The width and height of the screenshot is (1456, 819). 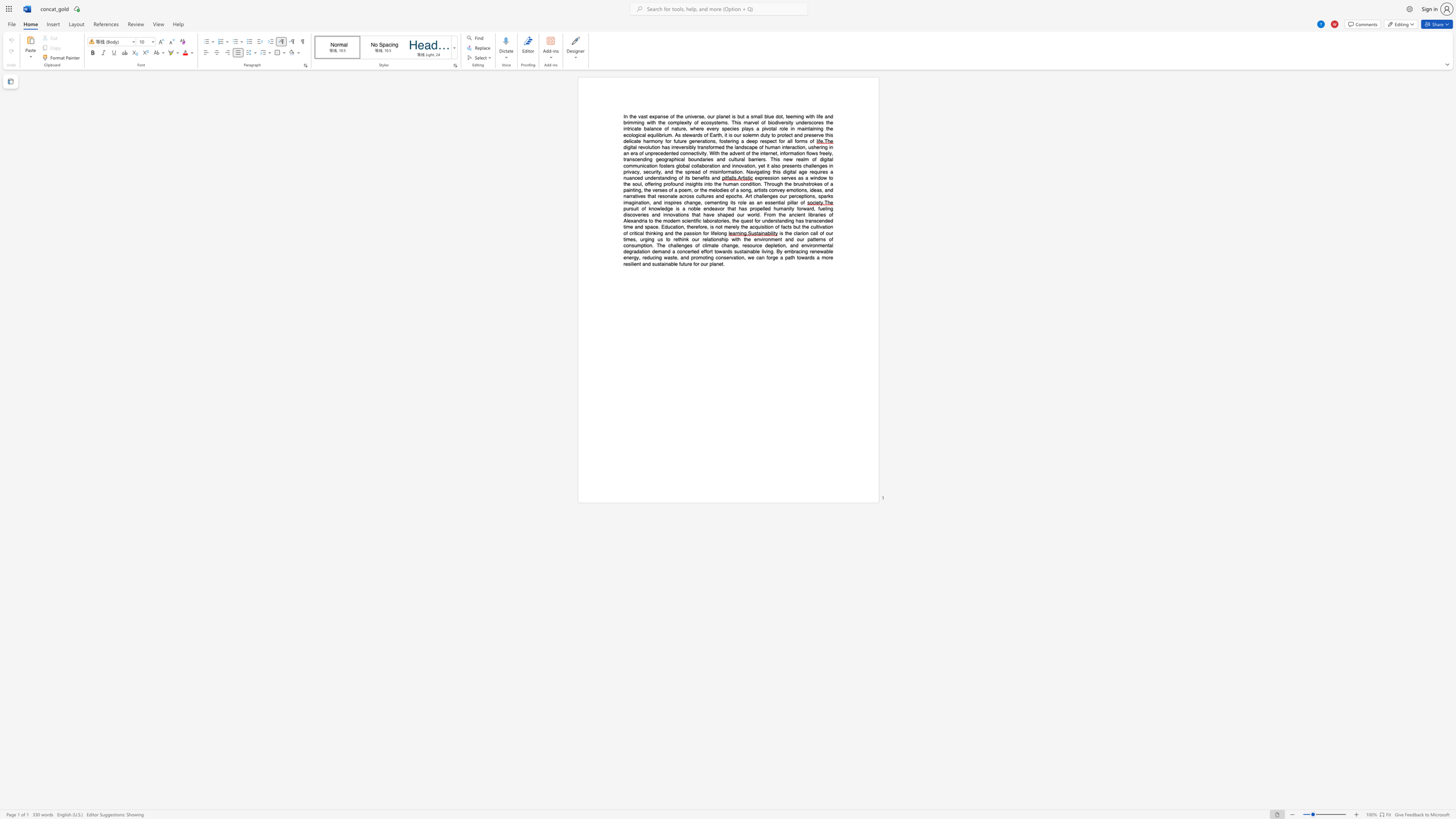 What do you see at coordinates (764, 220) in the screenshot?
I see `the subset text "nderstanding has" within the text "pursuit of knowledge is a noble endeavor that has propelled humanity forward, fueling discoveries and innovations that have shaped our world. From the ancient libraries of Alexandria to the modern scientific laboratories, the quest for understanding has transcended time and space. Education, therefore, is not merely the acquisition of facts but the cultivation of critical thinking and the passion for lifelong"` at bounding box center [764, 220].